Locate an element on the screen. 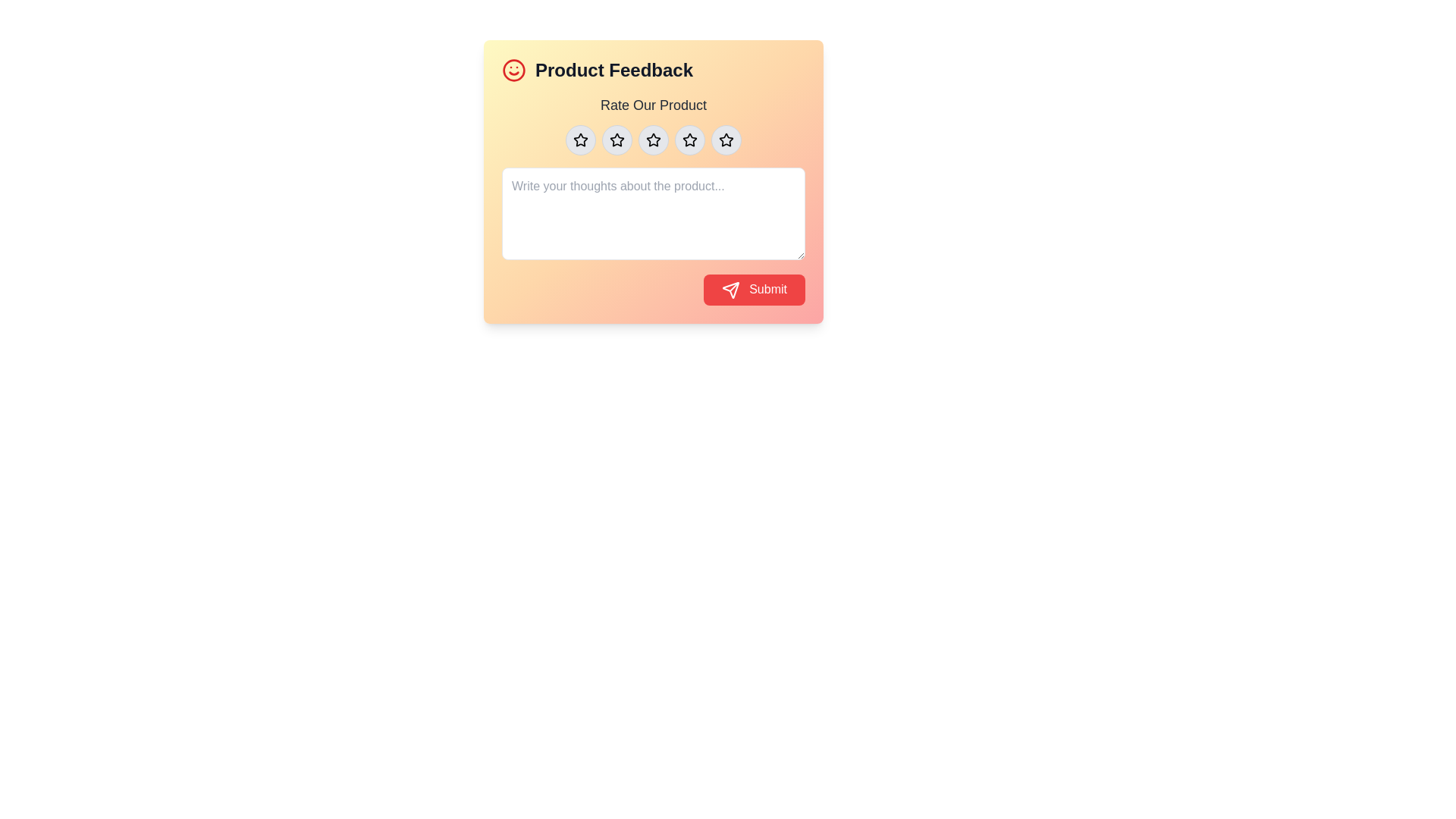  the fourth circular rating button with a light gray background and an outlined star icon, located below the text 'Rate Our Product' is located at coordinates (689, 140).